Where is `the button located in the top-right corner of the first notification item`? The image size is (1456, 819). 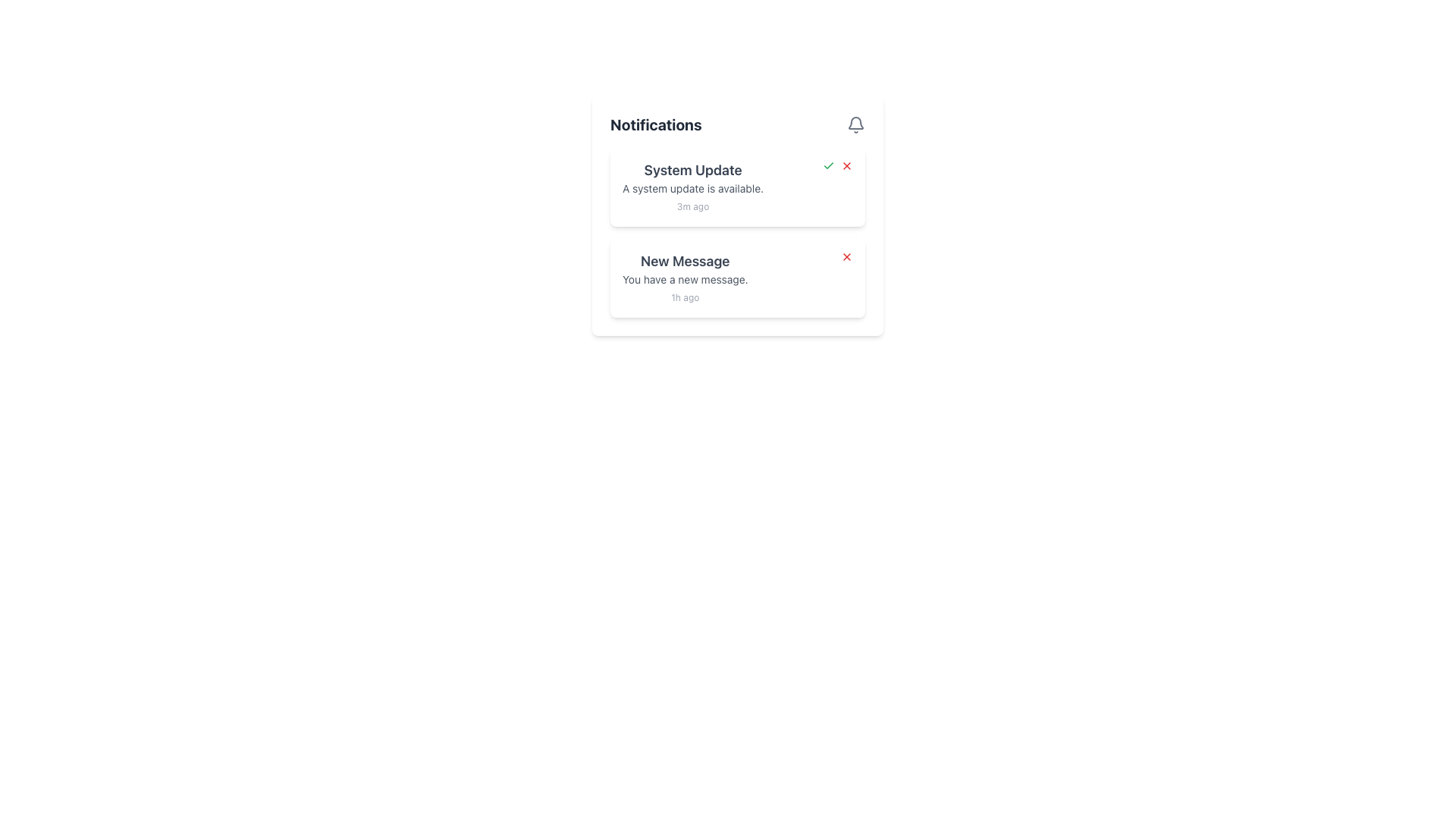
the button located in the top-right corner of the first notification item is located at coordinates (846, 166).